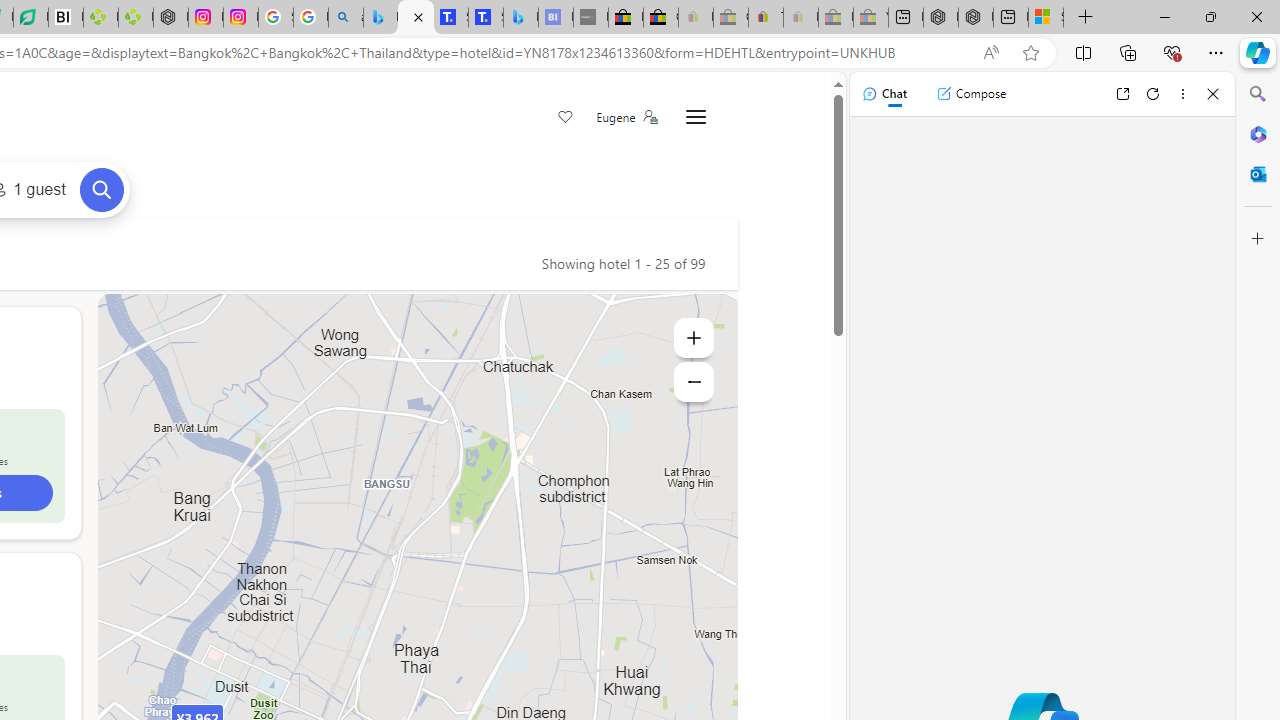  I want to click on 'Press Room - eBay Inc. - Sleeping', so click(835, 17).